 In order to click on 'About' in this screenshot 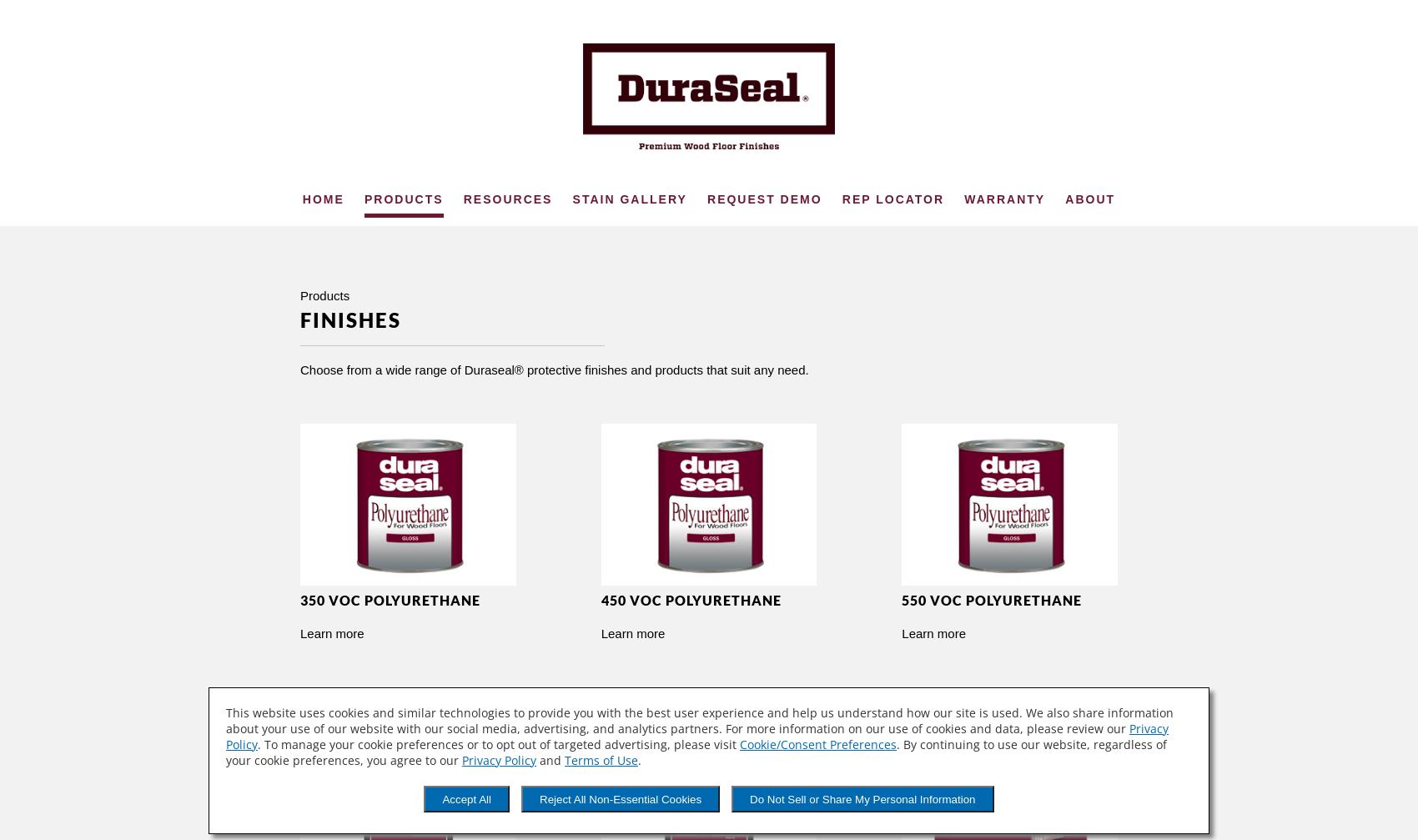, I will do `click(1089, 199)`.